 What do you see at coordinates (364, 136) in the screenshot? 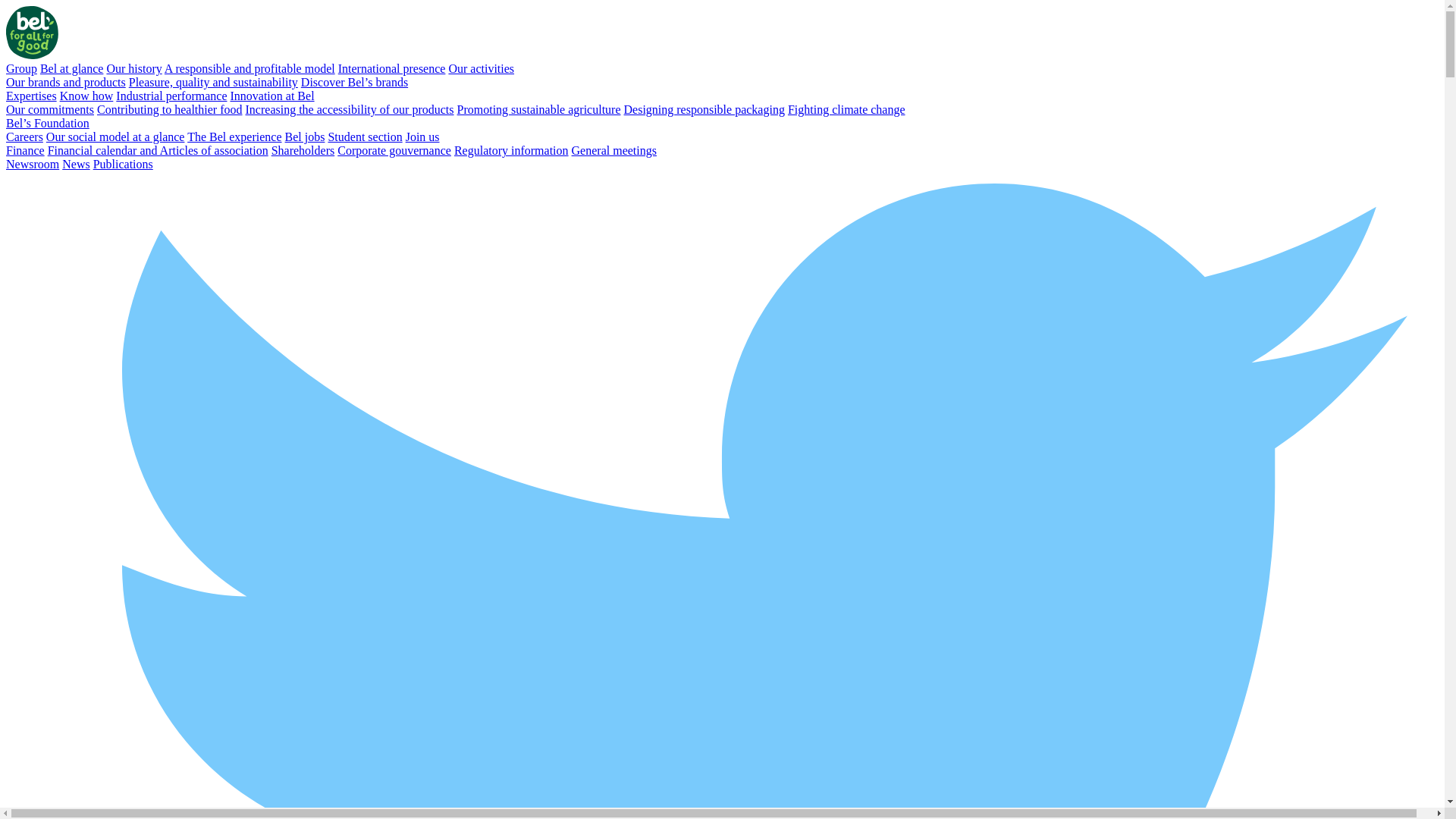
I see `'Student section'` at bounding box center [364, 136].